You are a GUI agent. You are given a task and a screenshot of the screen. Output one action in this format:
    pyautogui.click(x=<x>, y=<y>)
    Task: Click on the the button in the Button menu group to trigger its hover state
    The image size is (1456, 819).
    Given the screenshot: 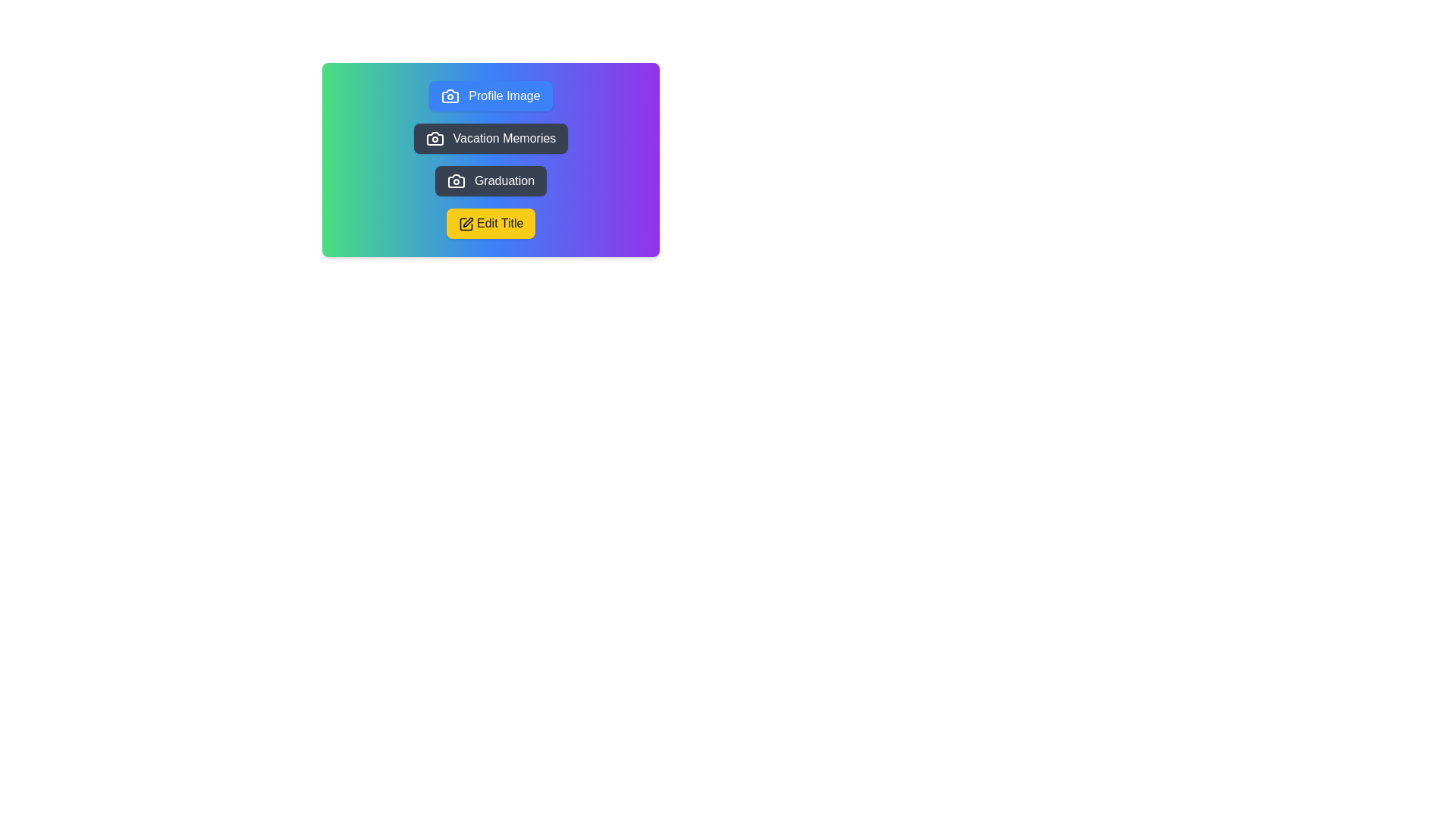 What is the action you would take?
    pyautogui.click(x=491, y=160)
    